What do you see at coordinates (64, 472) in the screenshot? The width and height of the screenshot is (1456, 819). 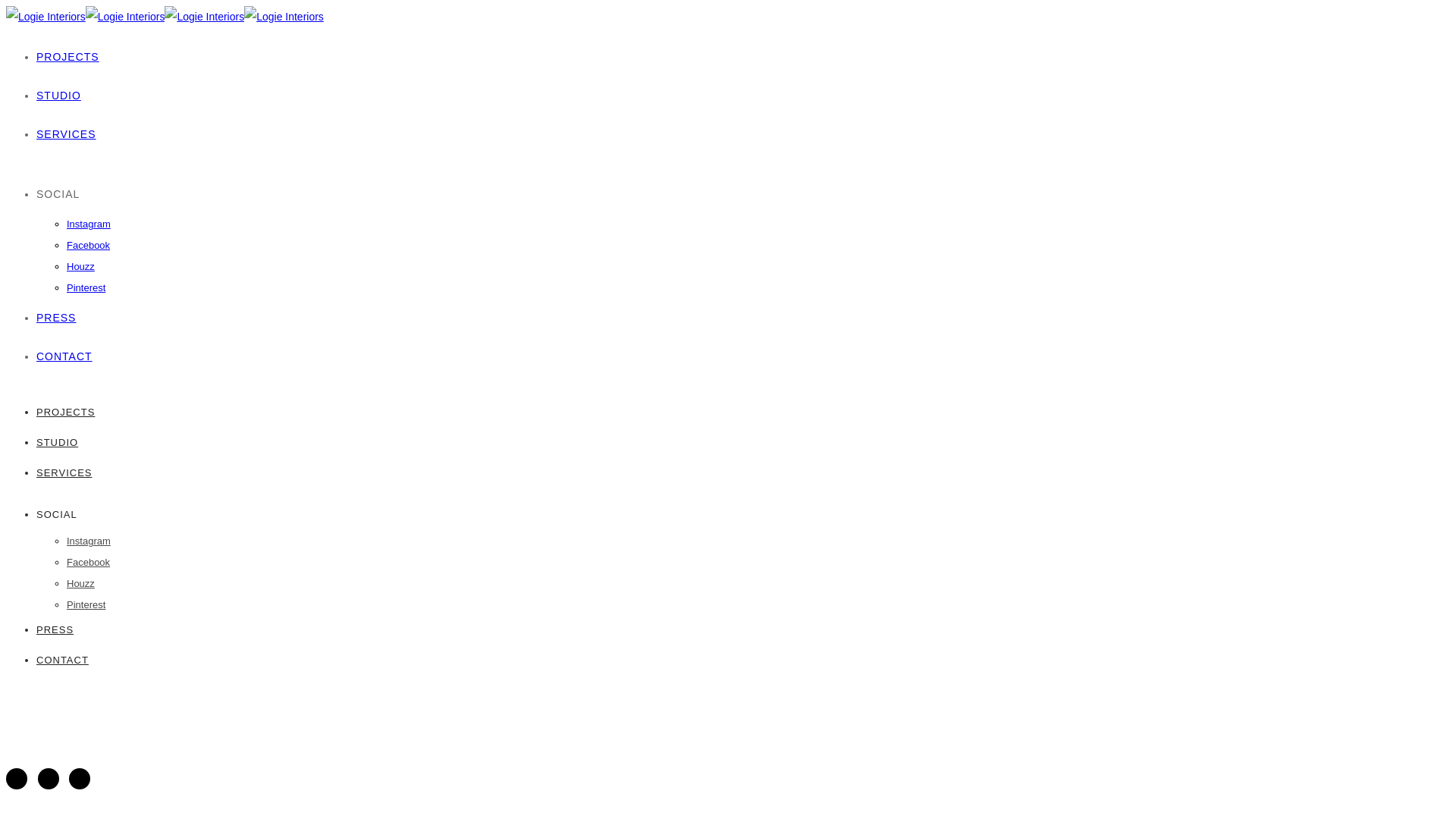 I see `'SERVICES'` at bounding box center [64, 472].